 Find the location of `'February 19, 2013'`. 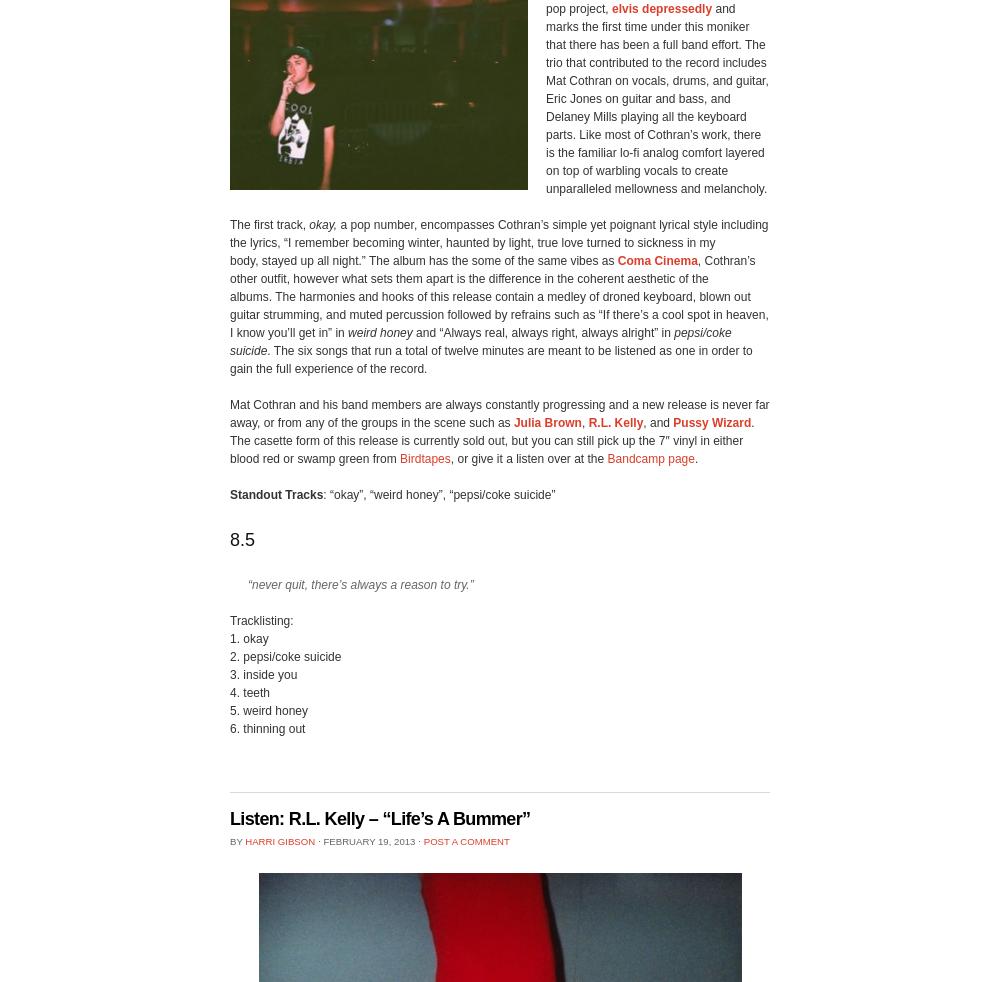

'February 19, 2013' is located at coordinates (368, 840).